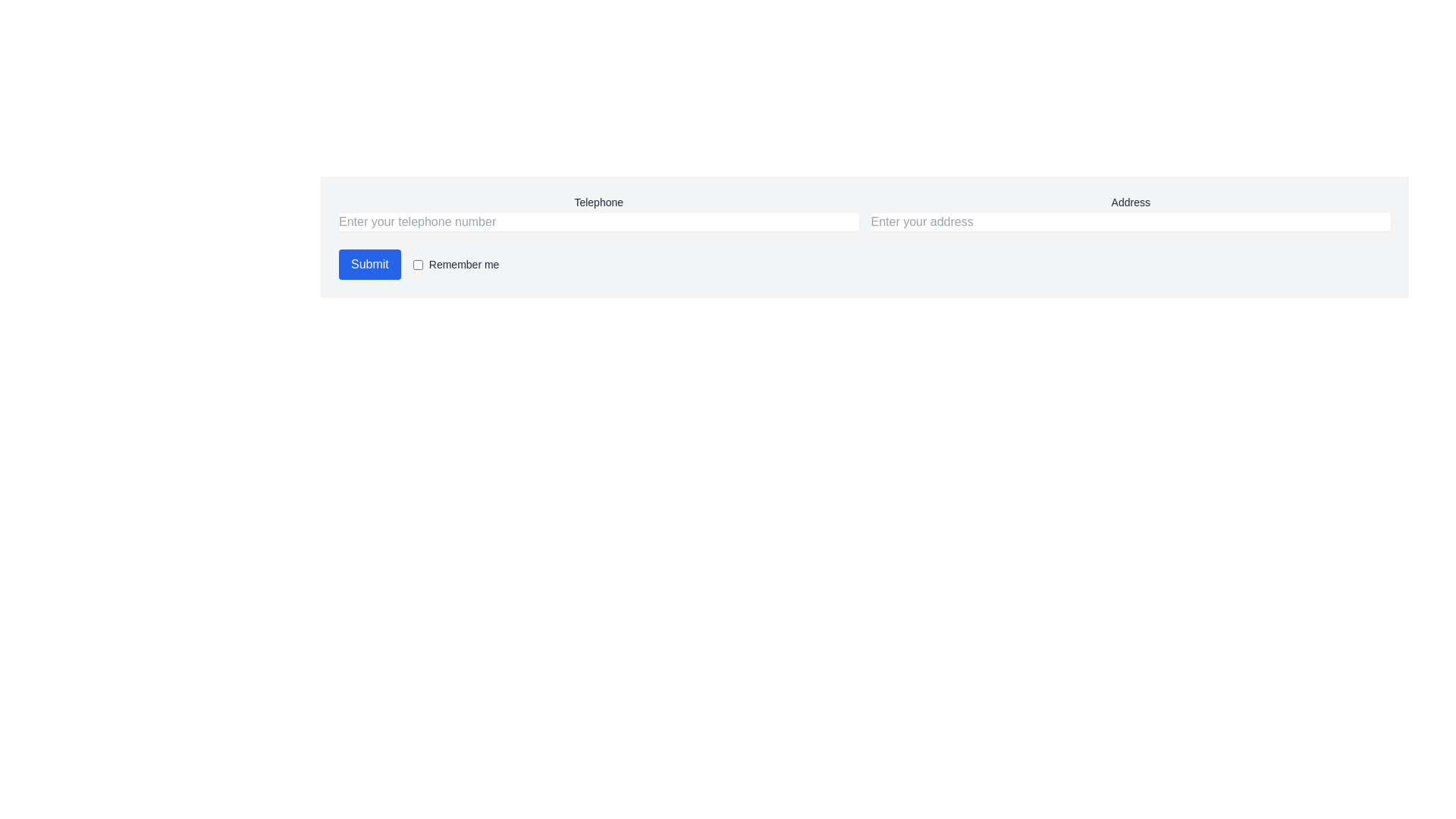 The image size is (1456, 819). I want to click on the submission button located at the bottom-left of a horizontal group, to the left of the 'Remember me' checkbox, so click(369, 263).